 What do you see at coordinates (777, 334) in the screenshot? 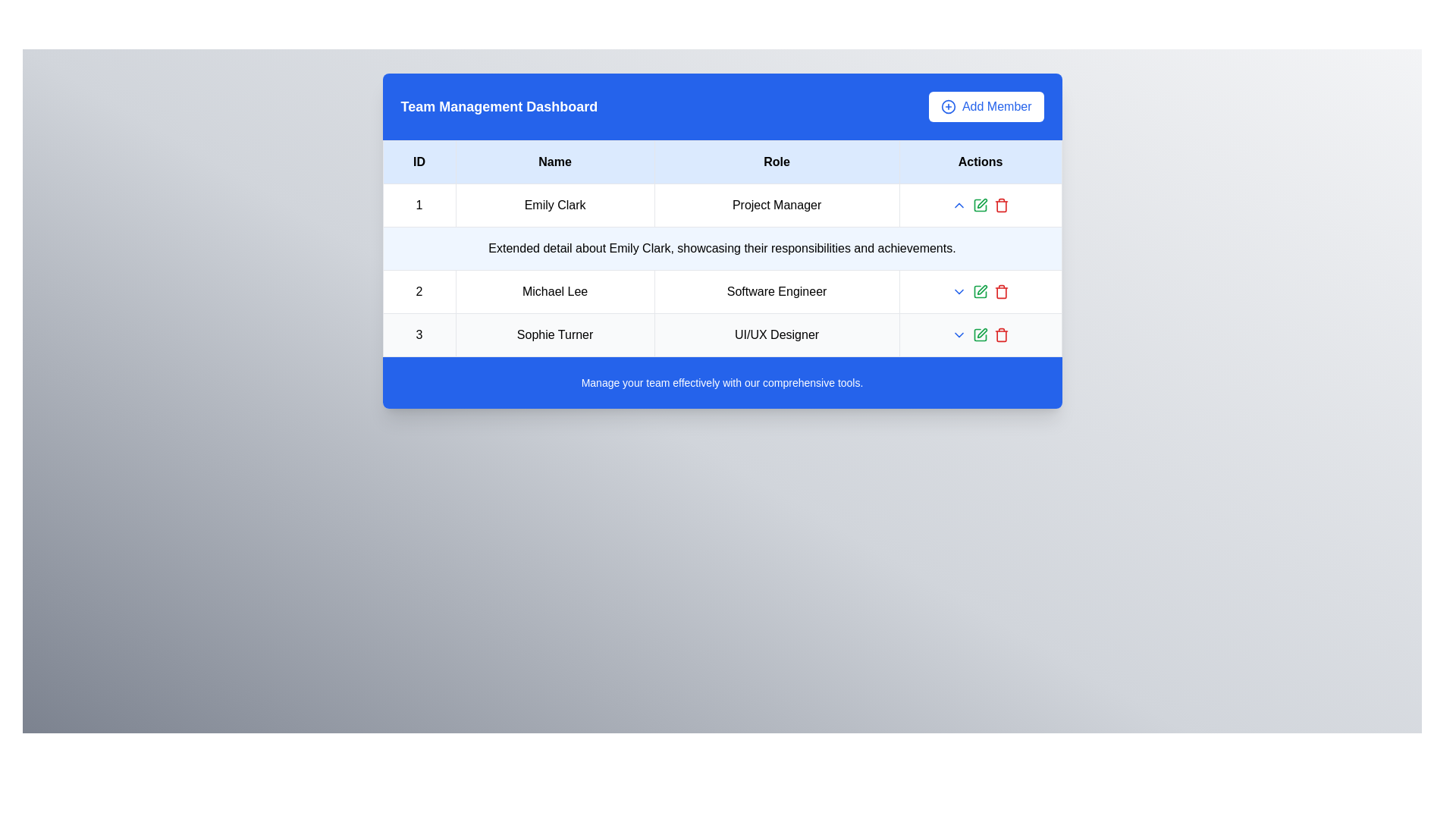
I see `the label displaying the professional role 'UI/UX Designer' for individual 'Sophie Turner' in the third row of the team management table` at bounding box center [777, 334].